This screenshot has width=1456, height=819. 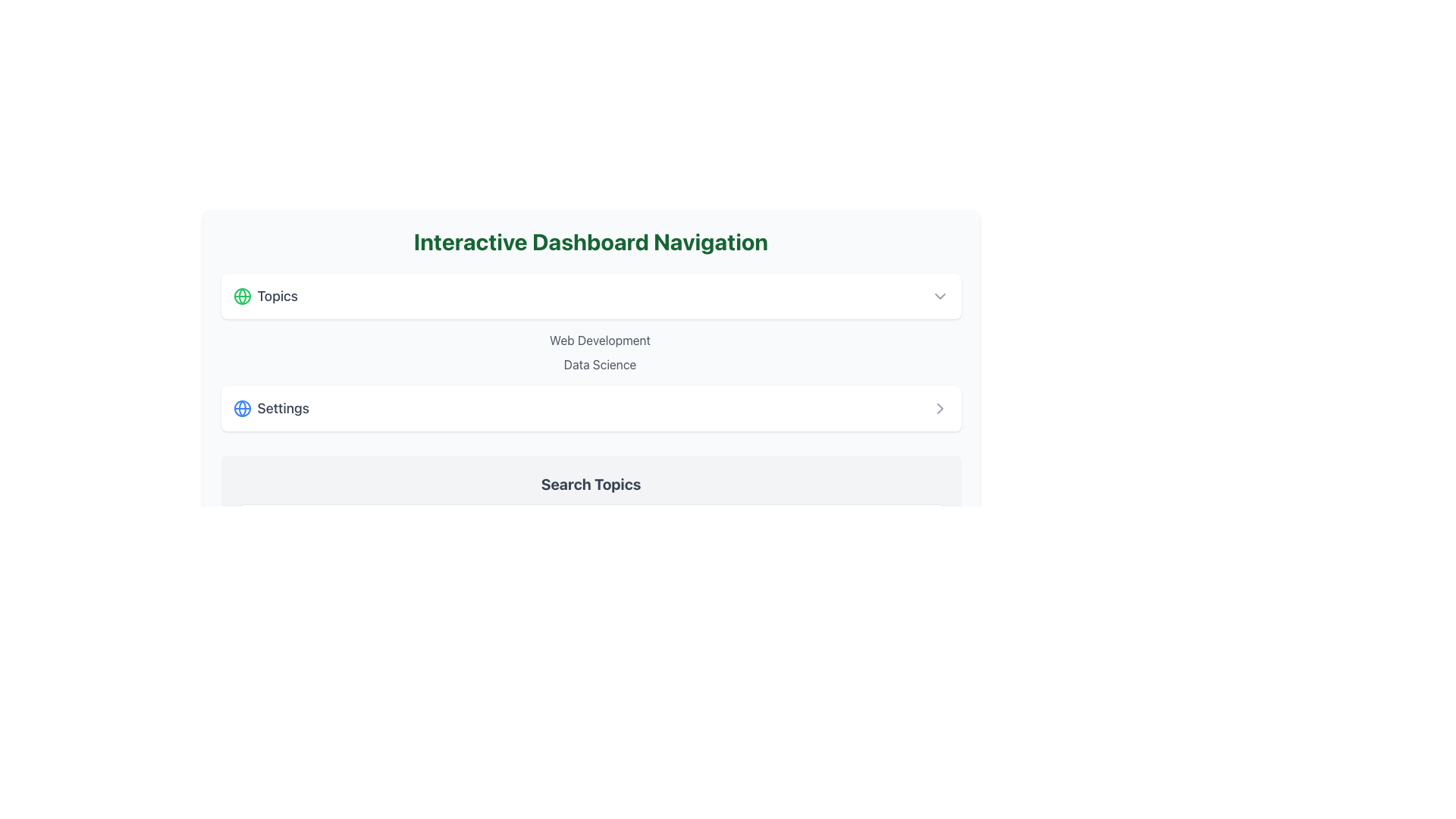 I want to click on the Dropdown trigger button located in the first row of the 'Interactive Dashboard Navigation' section, so click(x=590, y=296).